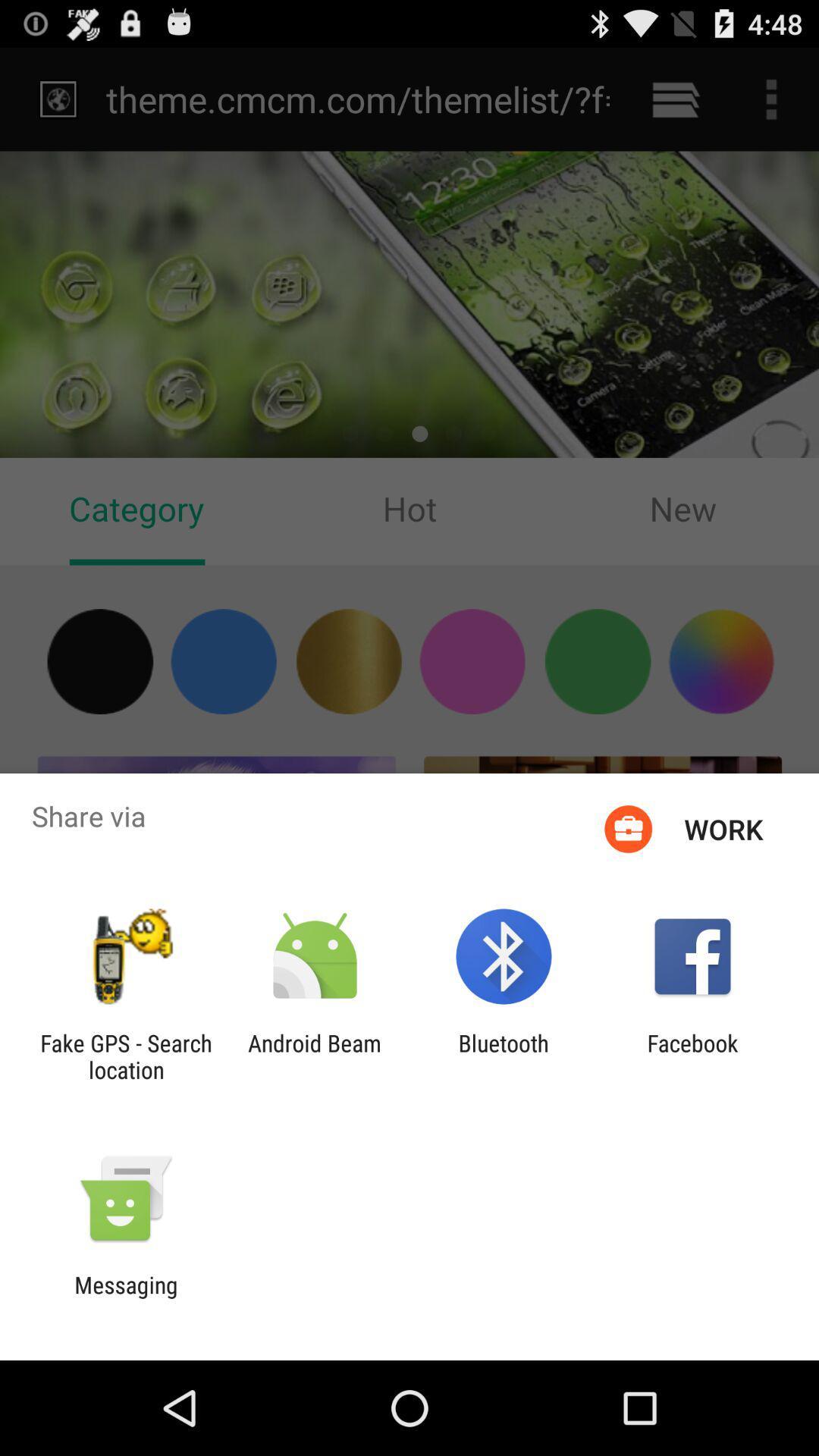 The height and width of the screenshot is (1456, 819). I want to click on the android beam item, so click(314, 1056).